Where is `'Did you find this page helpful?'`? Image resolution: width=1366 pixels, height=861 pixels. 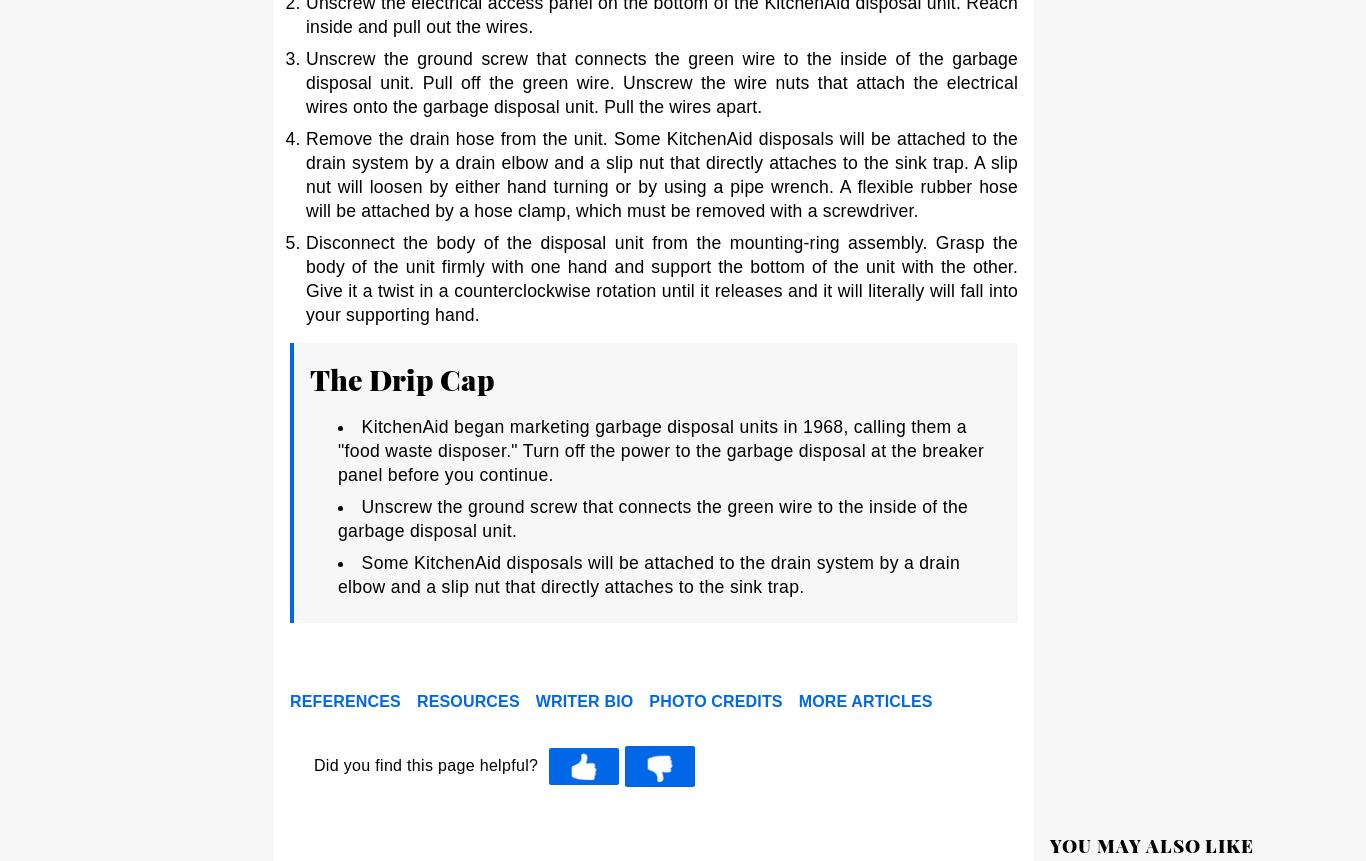 'Did you find this page helpful?' is located at coordinates (425, 765).